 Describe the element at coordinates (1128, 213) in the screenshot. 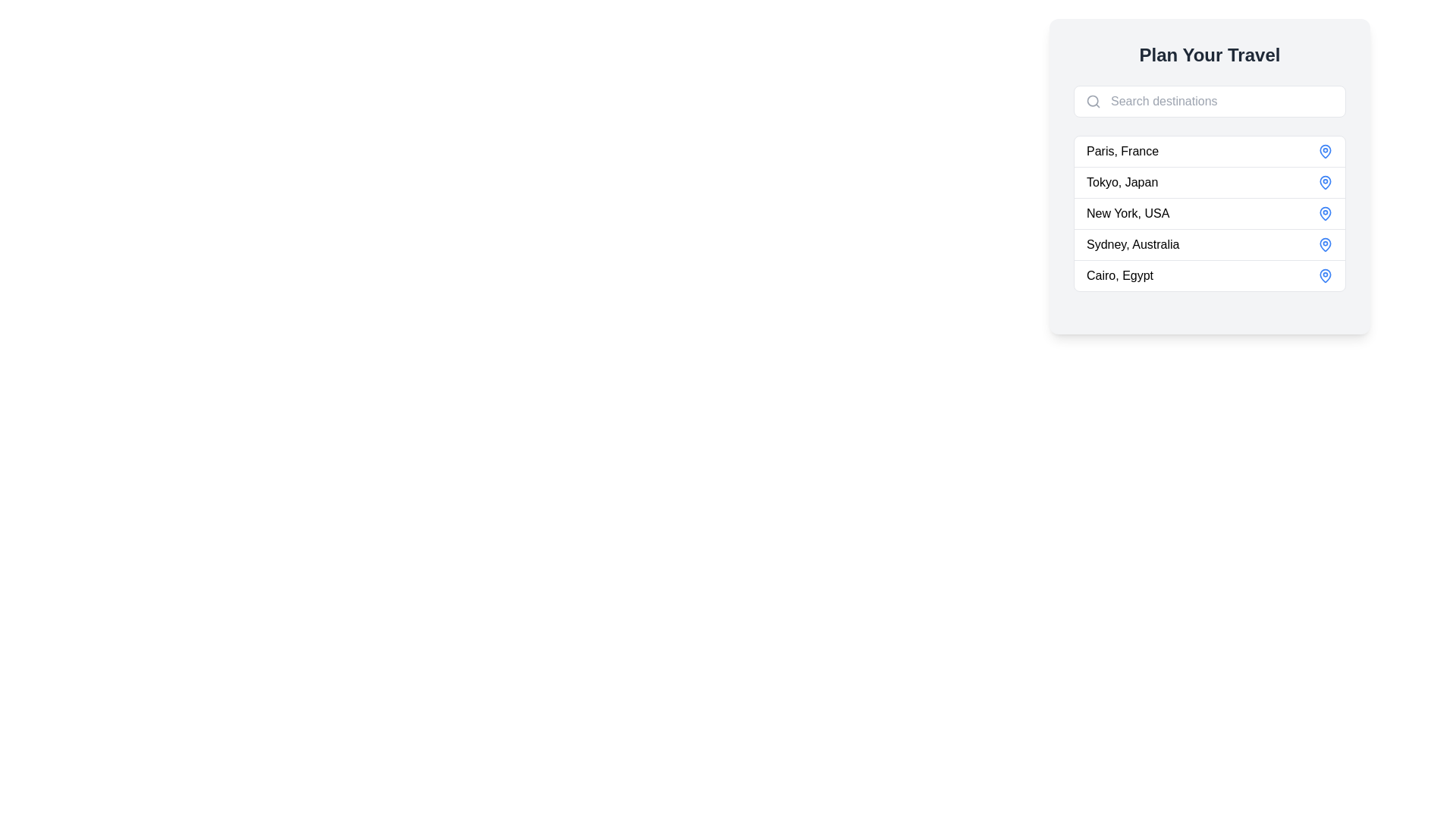

I see `the text label representing 'New York, USA' in the travel planning list, located in the third row under 'Plan Your Travel'` at that location.